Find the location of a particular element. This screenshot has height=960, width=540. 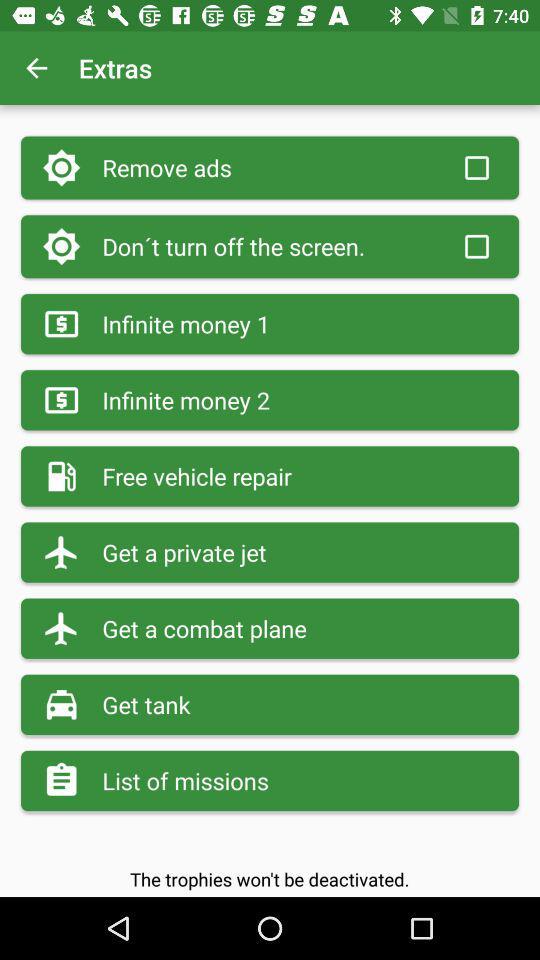

the icon next to the extras item is located at coordinates (36, 68).